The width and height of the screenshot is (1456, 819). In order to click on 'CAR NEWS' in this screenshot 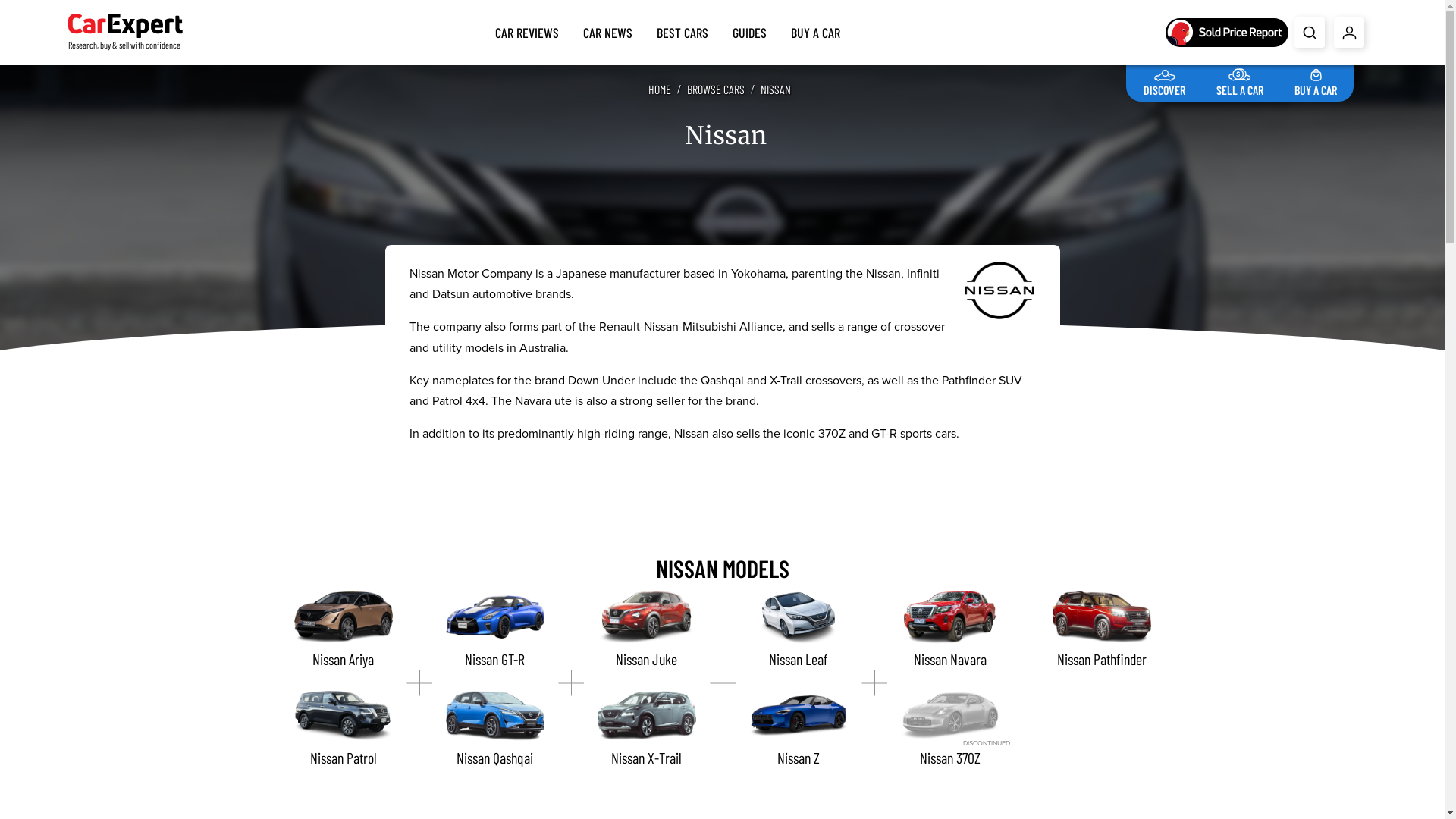, I will do `click(607, 29)`.